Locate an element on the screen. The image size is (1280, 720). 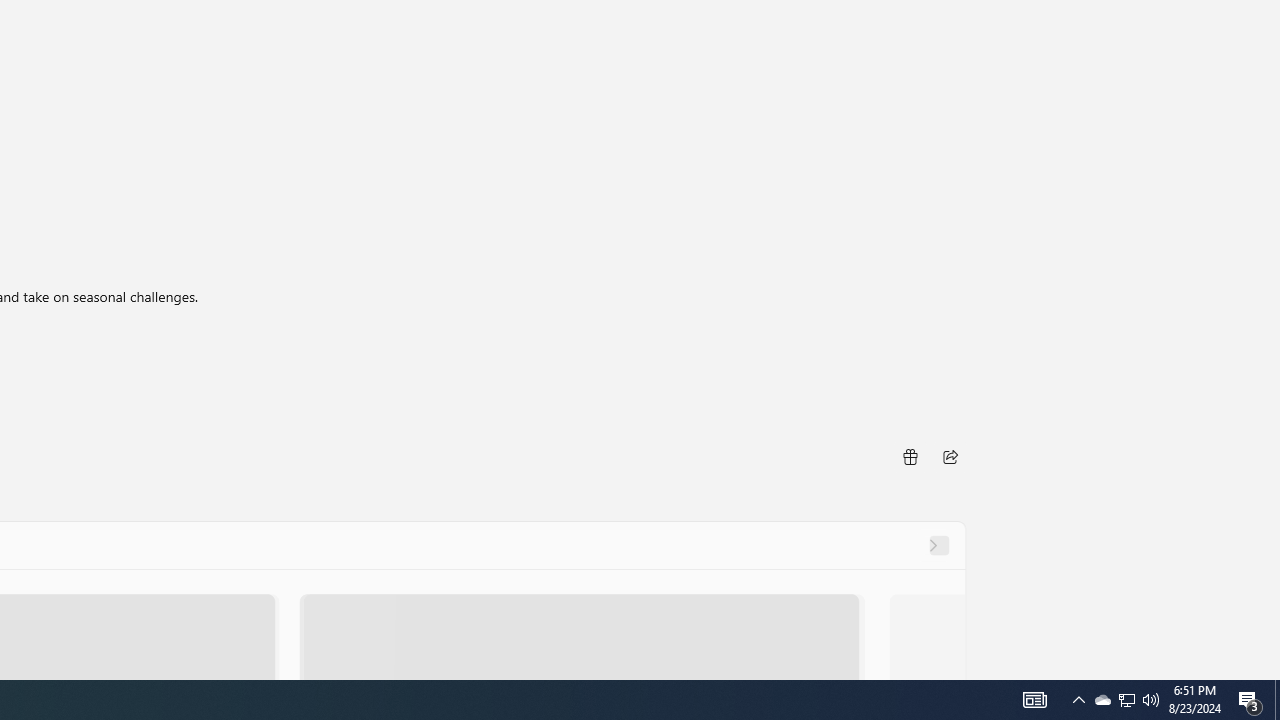
'Share' is located at coordinates (949, 456).